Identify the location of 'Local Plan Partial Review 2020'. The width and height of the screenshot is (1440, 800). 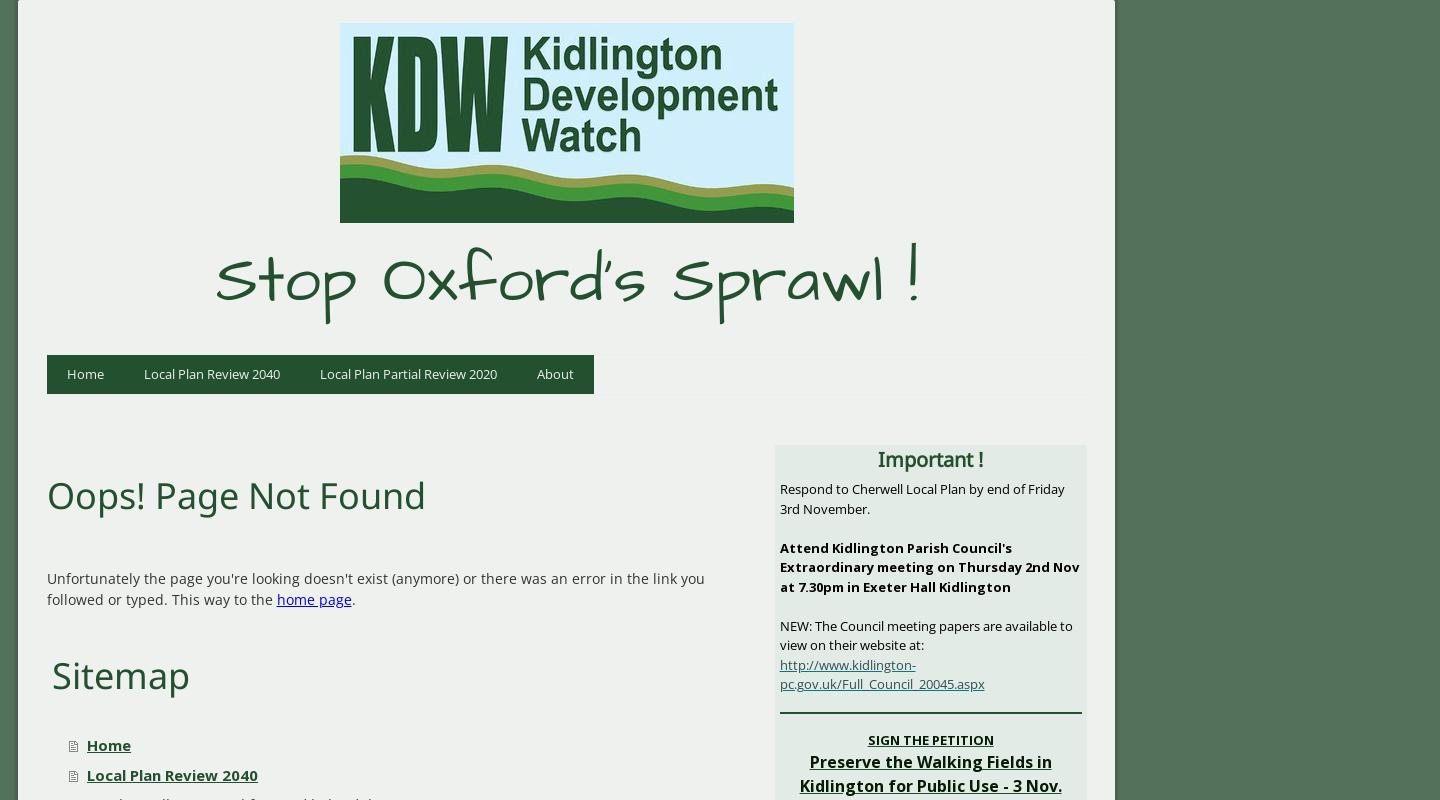
(406, 371).